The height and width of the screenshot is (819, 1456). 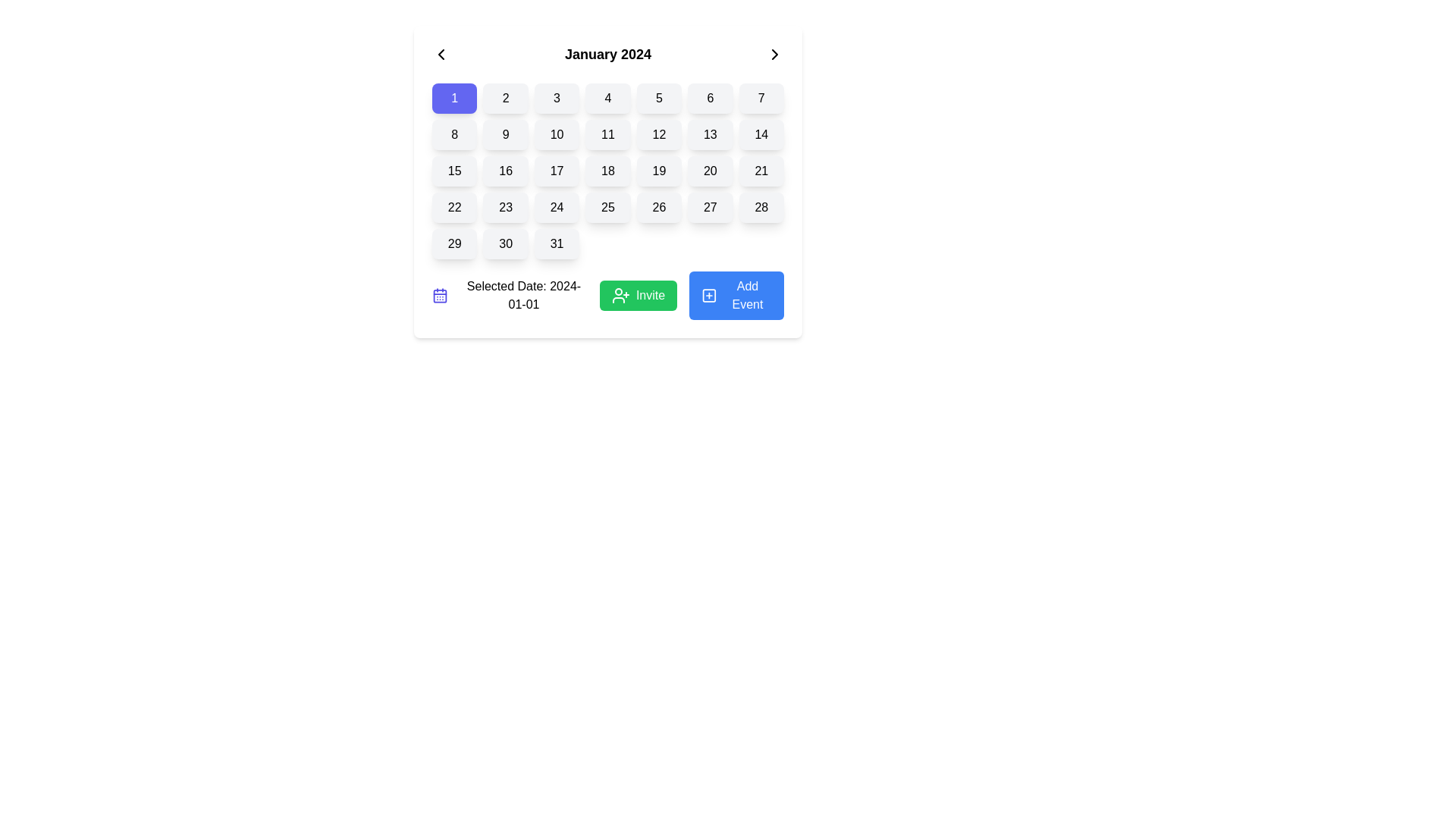 What do you see at coordinates (506, 243) in the screenshot?
I see `the button-like clickable calendar date displaying the number '30', located in the last row and second column of the monthly calendar grid` at bounding box center [506, 243].